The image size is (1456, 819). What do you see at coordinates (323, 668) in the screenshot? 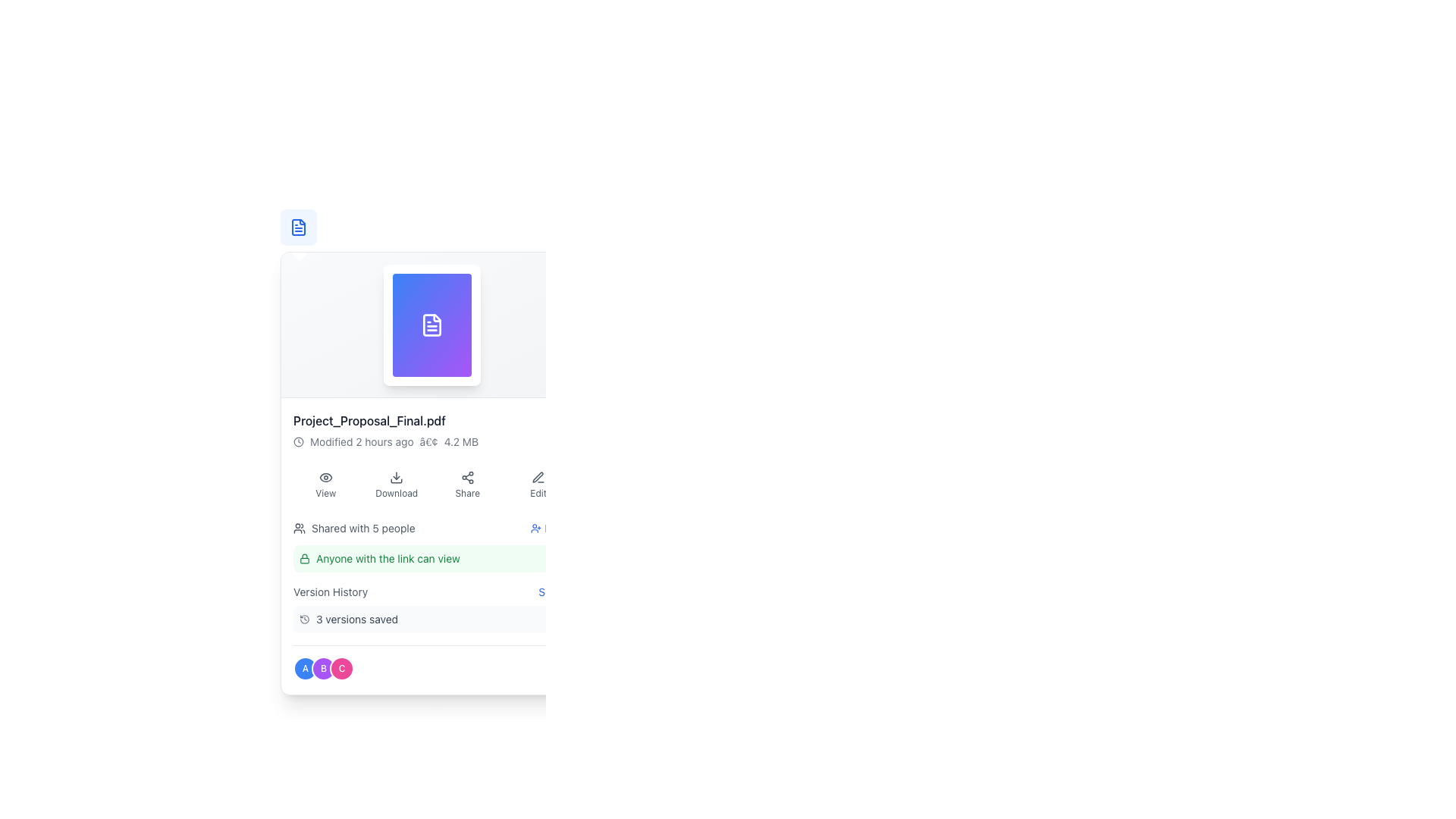
I see `the circular badge with a purple background and a bold white letter 'B' in the center, which is the middle badge in a group of three badges labeled 'A', 'B', and 'C'` at bounding box center [323, 668].